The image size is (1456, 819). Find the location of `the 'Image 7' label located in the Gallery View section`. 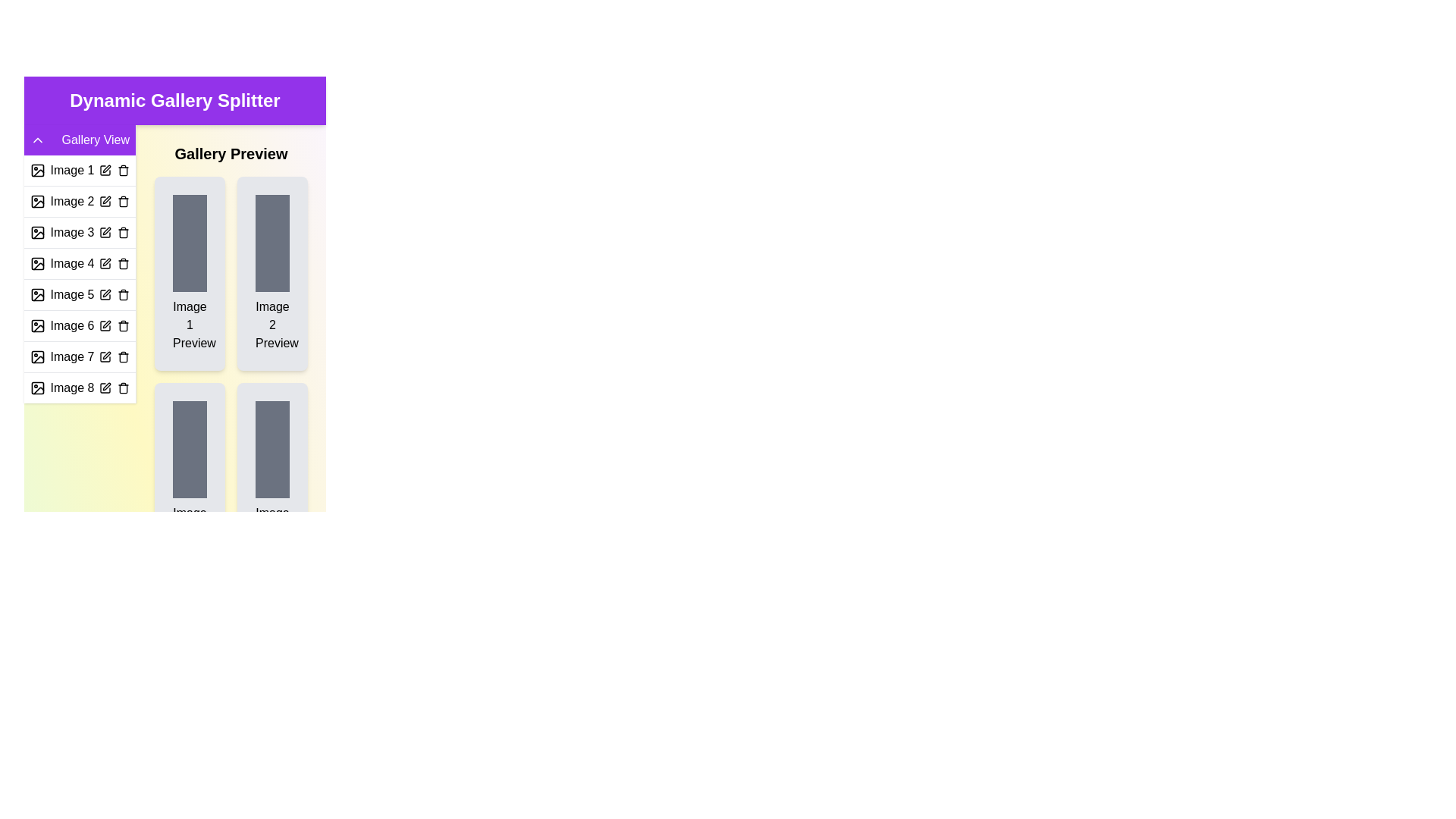

the 'Image 7' label located in the Gallery View section is located at coordinates (71, 356).